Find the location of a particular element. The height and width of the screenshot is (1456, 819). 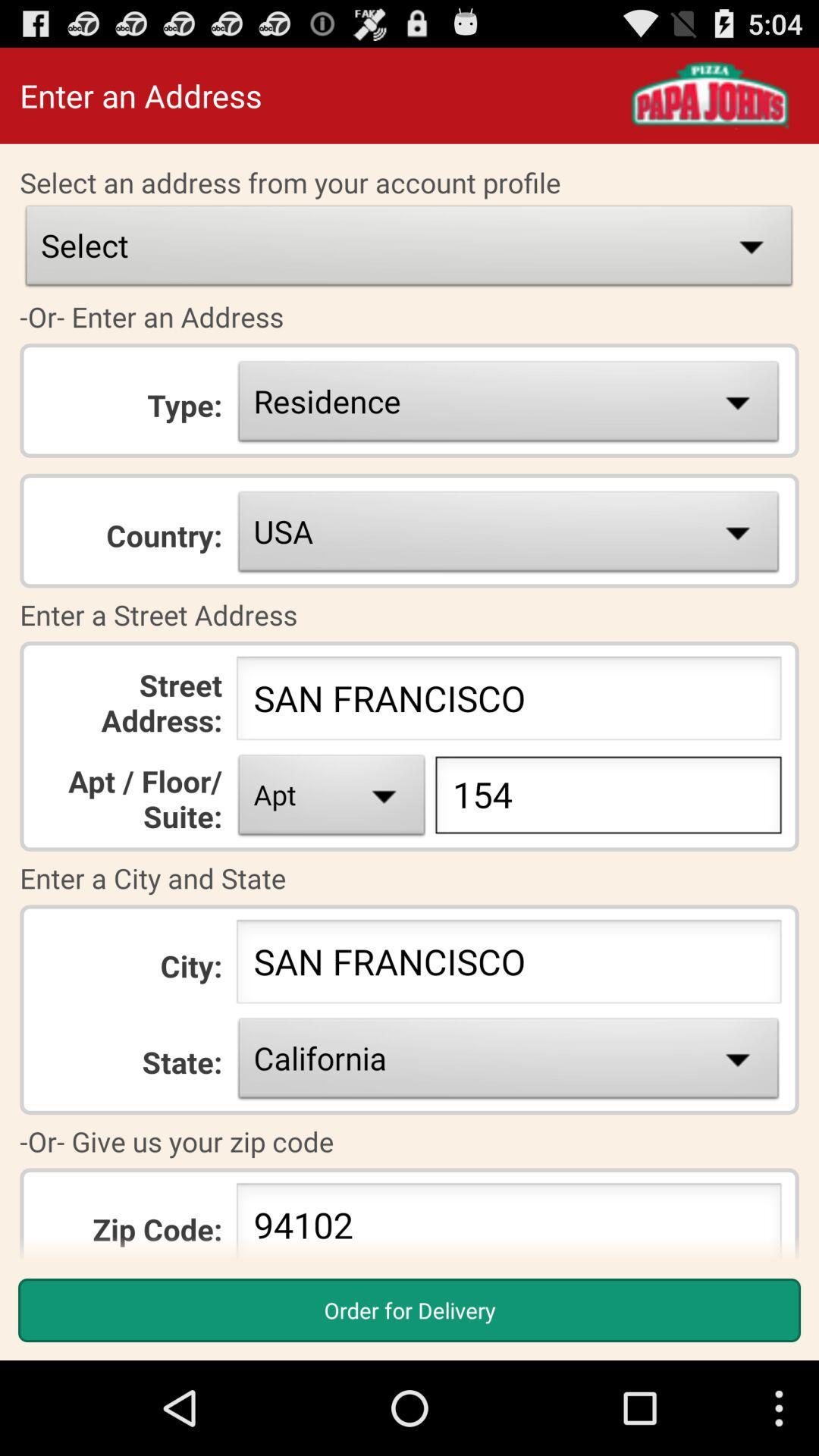

the logo in the top left is located at coordinates (710, 95).